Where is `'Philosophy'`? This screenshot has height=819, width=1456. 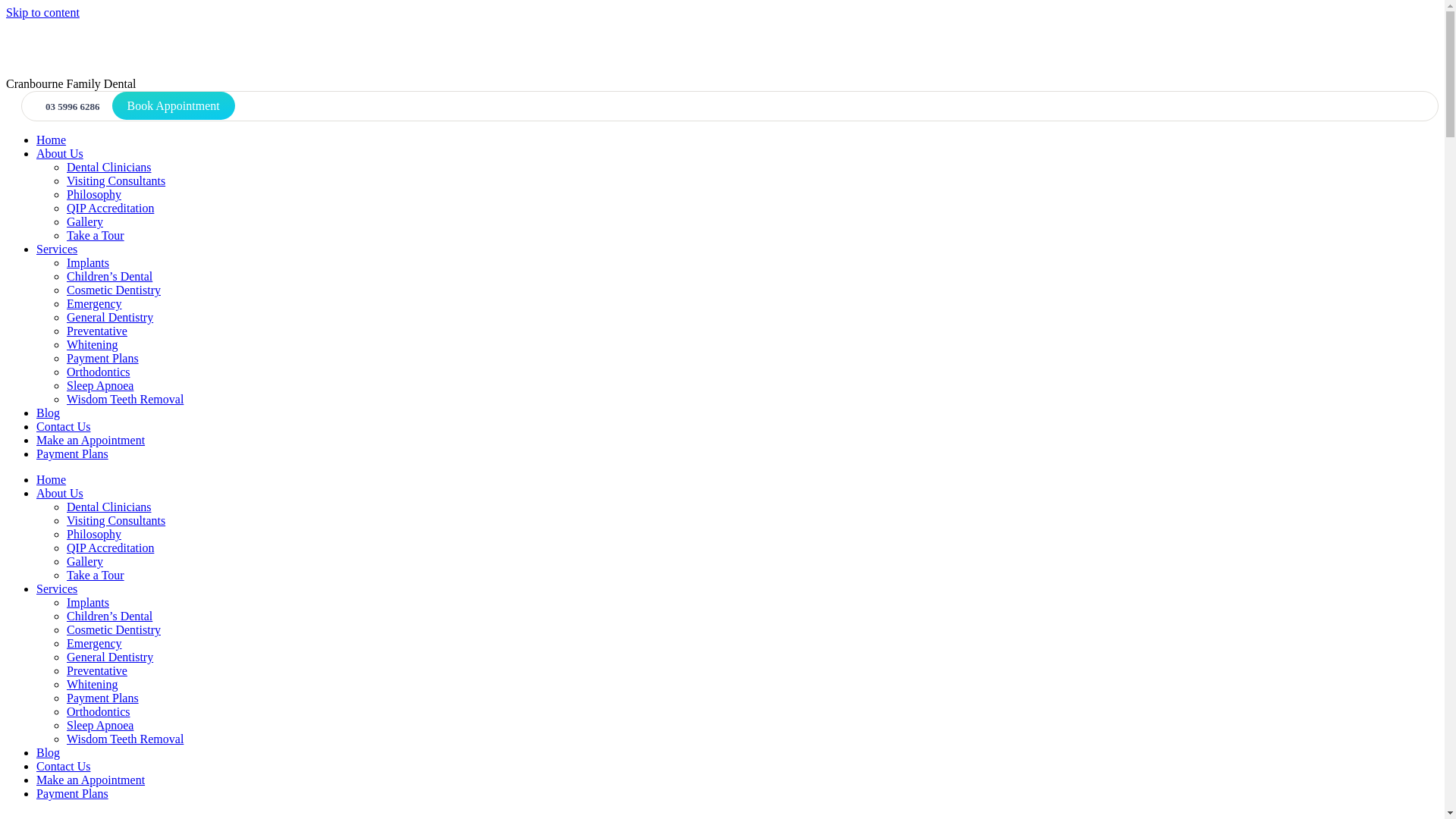 'Philosophy' is located at coordinates (93, 193).